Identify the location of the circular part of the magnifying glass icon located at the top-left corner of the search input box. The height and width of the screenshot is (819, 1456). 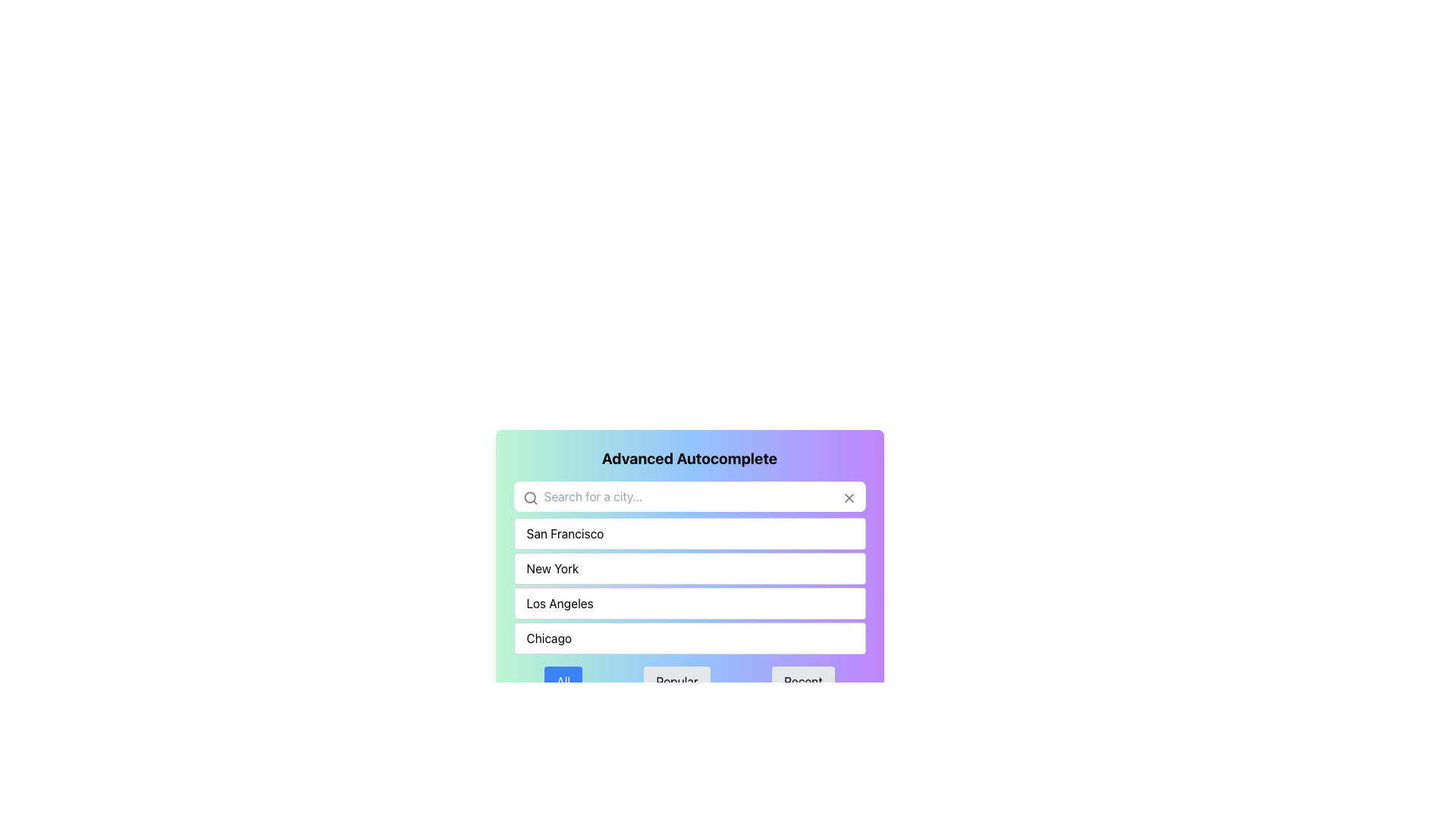
(529, 497).